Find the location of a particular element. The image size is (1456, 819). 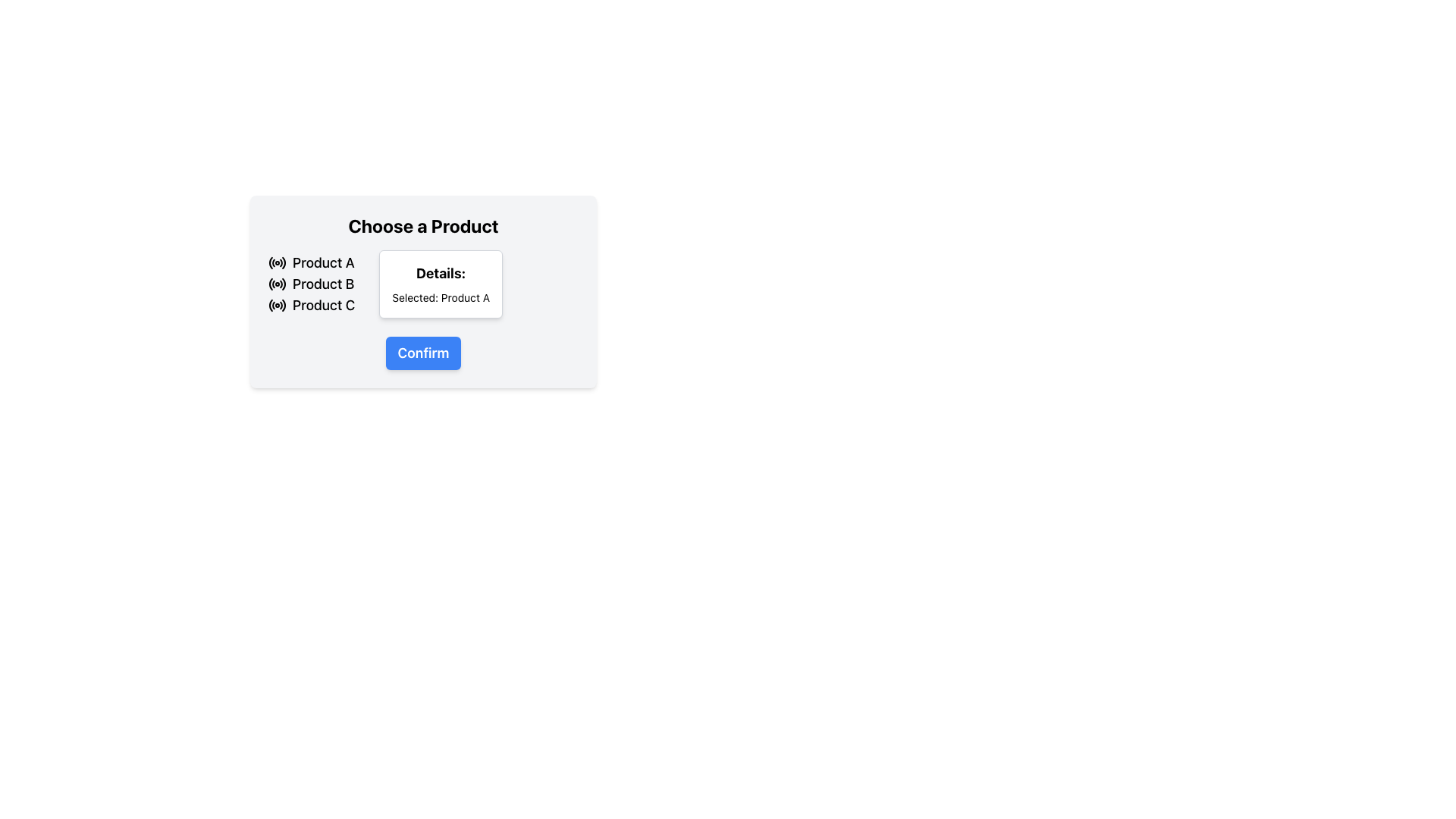

the outermost arc of the radio button component next to the label 'Product A' is located at coordinates (284, 262).